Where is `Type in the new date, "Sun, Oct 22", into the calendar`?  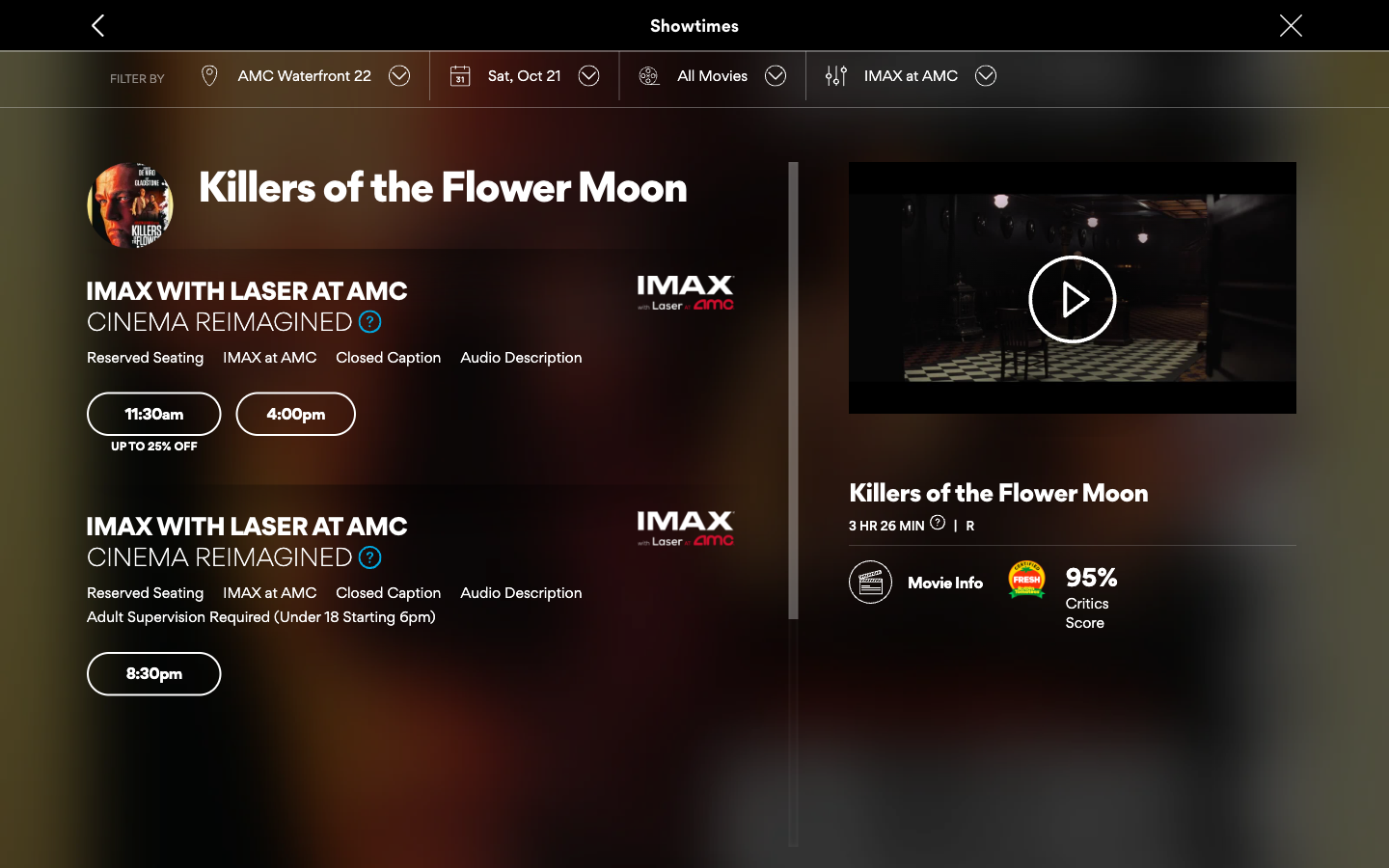 Type in the new date, "Sun, Oct 22", into the calendar is located at coordinates (524, 74).